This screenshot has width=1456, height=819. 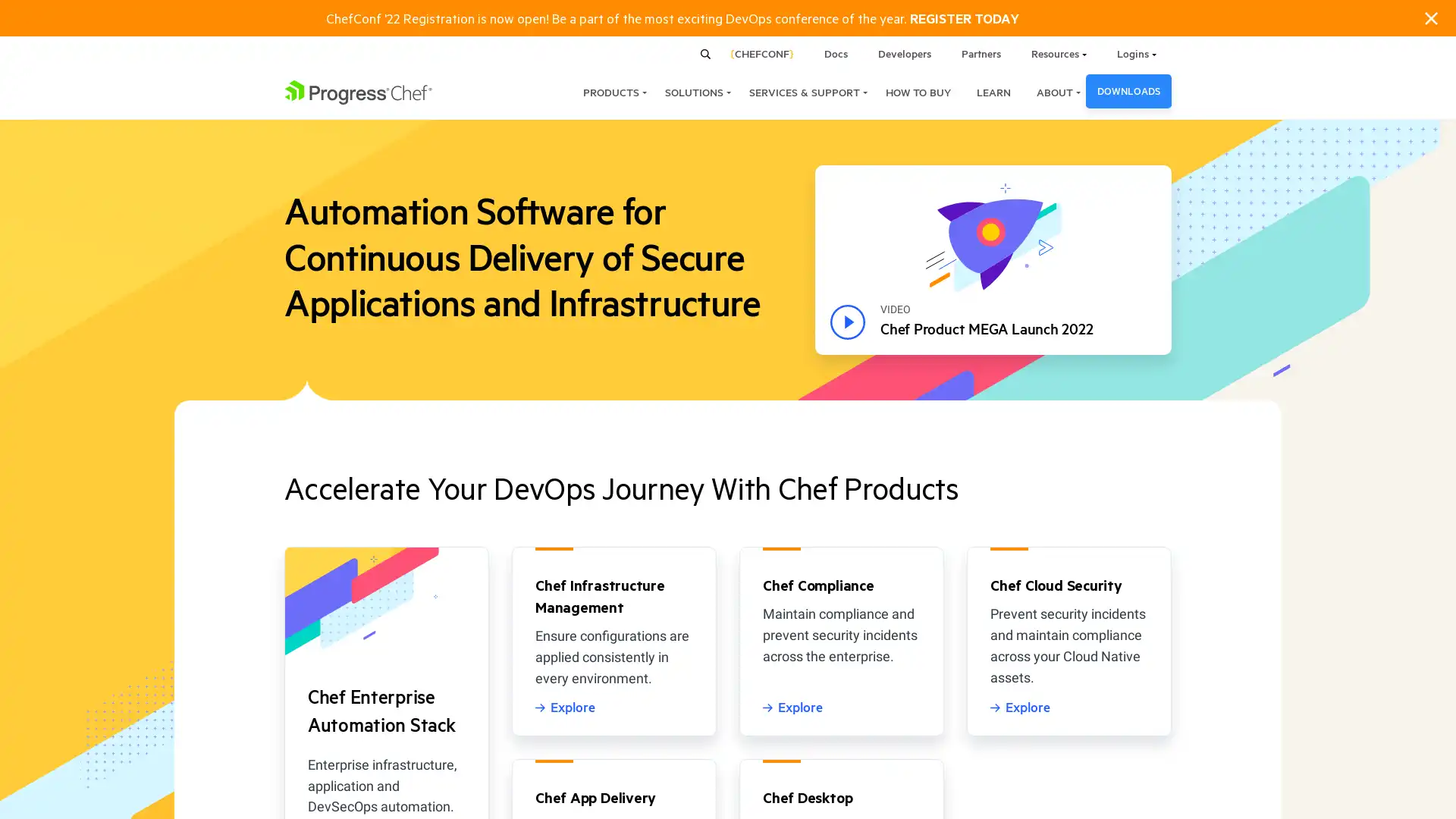 I want to click on ABOUT, so click(x=1020, y=93).